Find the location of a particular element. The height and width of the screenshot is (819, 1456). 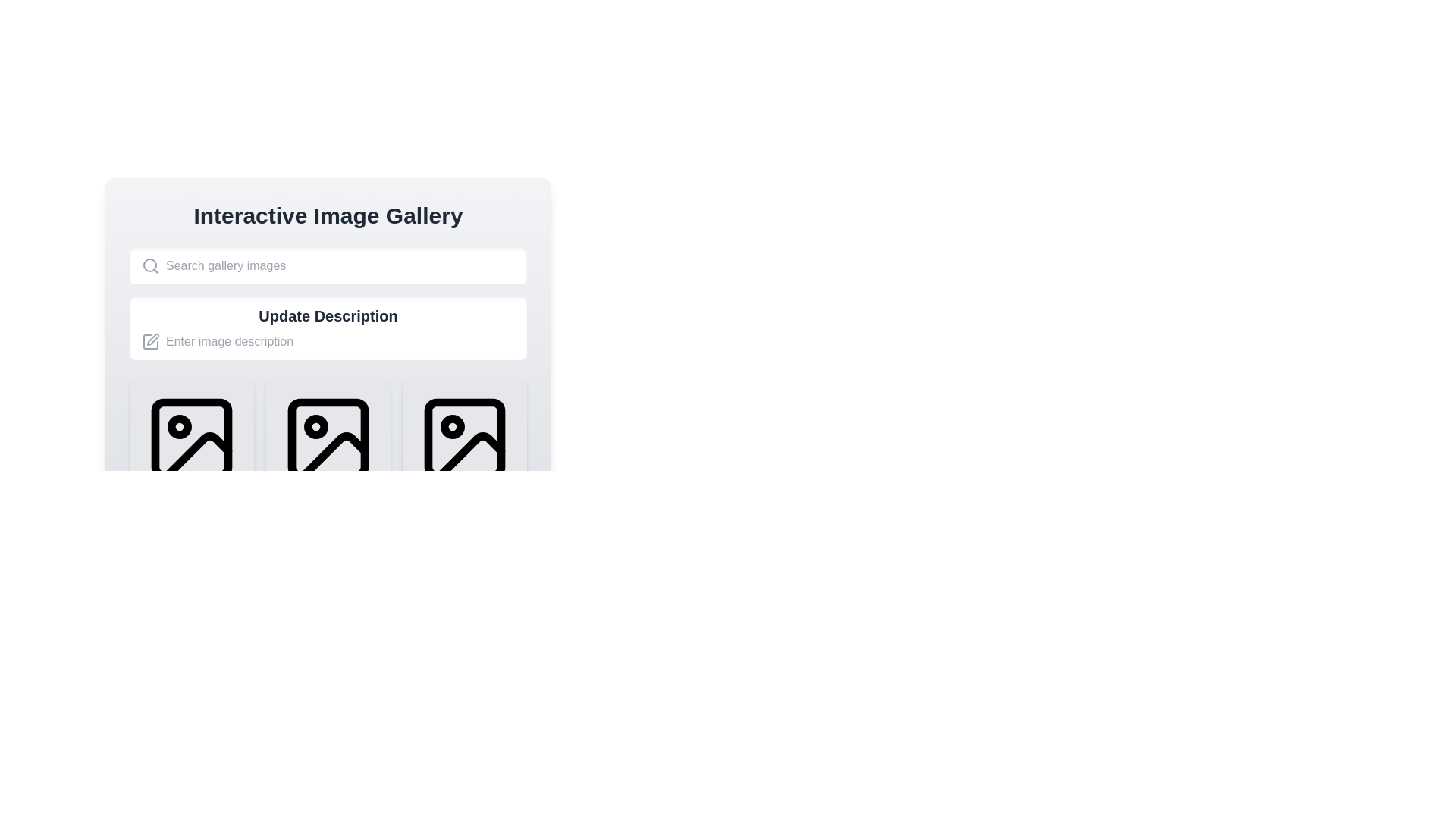

the search icon located to the immediate left of the text input field for entering search queries in the gallery is located at coordinates (150, 265).